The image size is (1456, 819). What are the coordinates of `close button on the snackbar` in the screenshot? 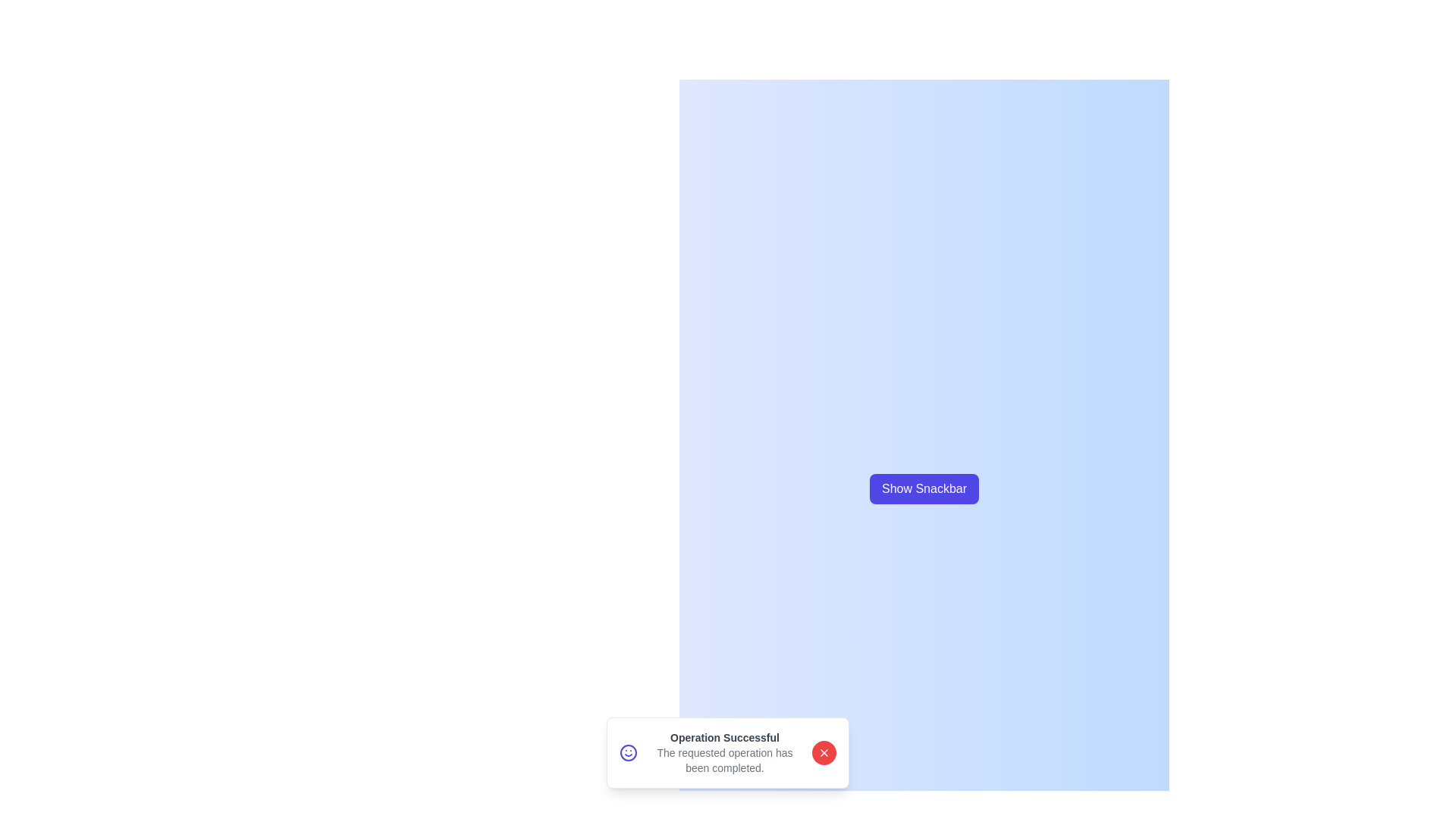 It's located at (823, 752).